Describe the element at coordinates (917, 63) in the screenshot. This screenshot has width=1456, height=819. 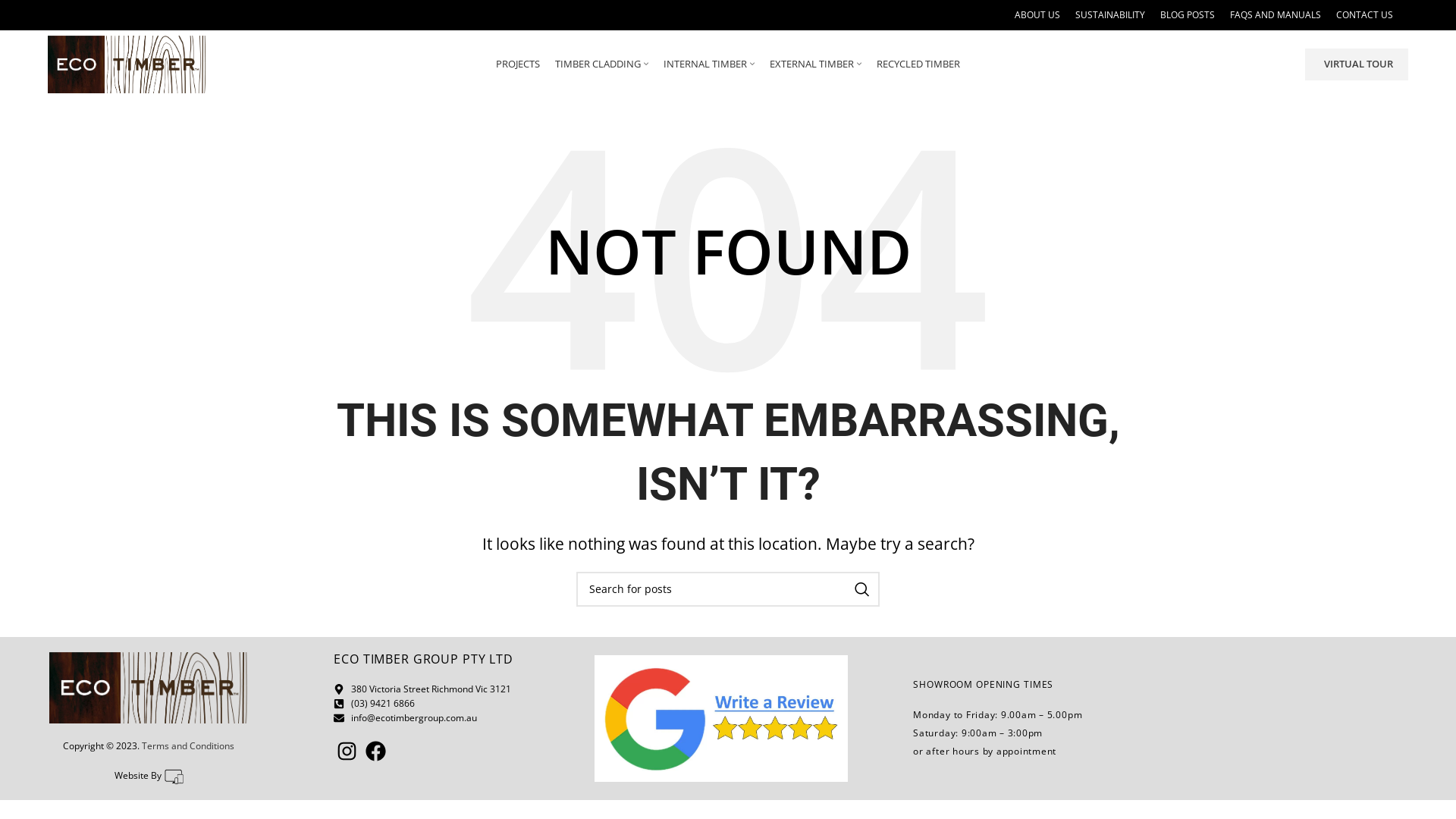
I see `'RECYCLED TIMBER'` at that location.